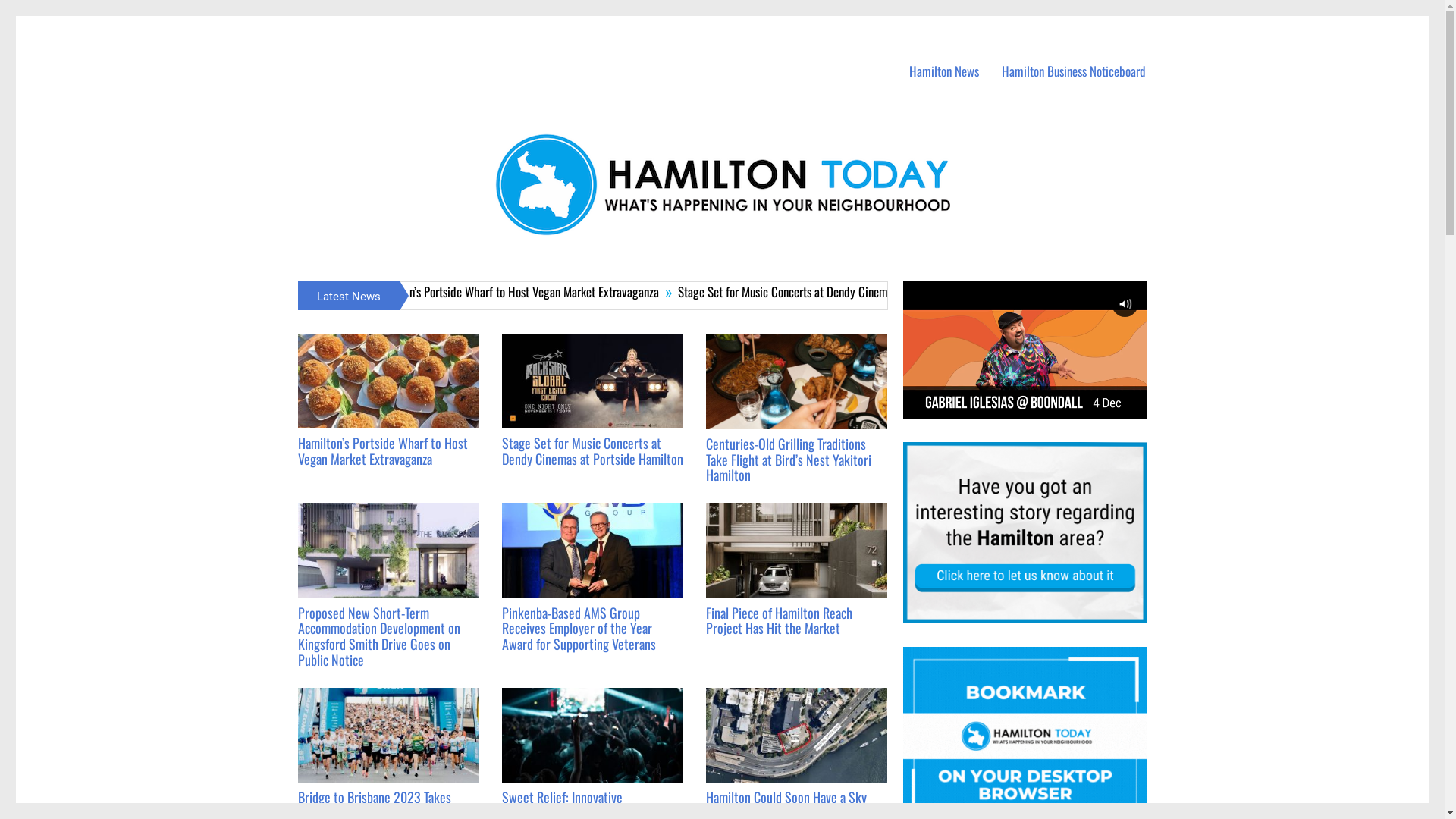 The width and height of the screenshot is (1456, 819). Describe the element at coordinates (1073, 71) in the screenshot. I see `'Hamilton Business Noticeboard'` at that location.